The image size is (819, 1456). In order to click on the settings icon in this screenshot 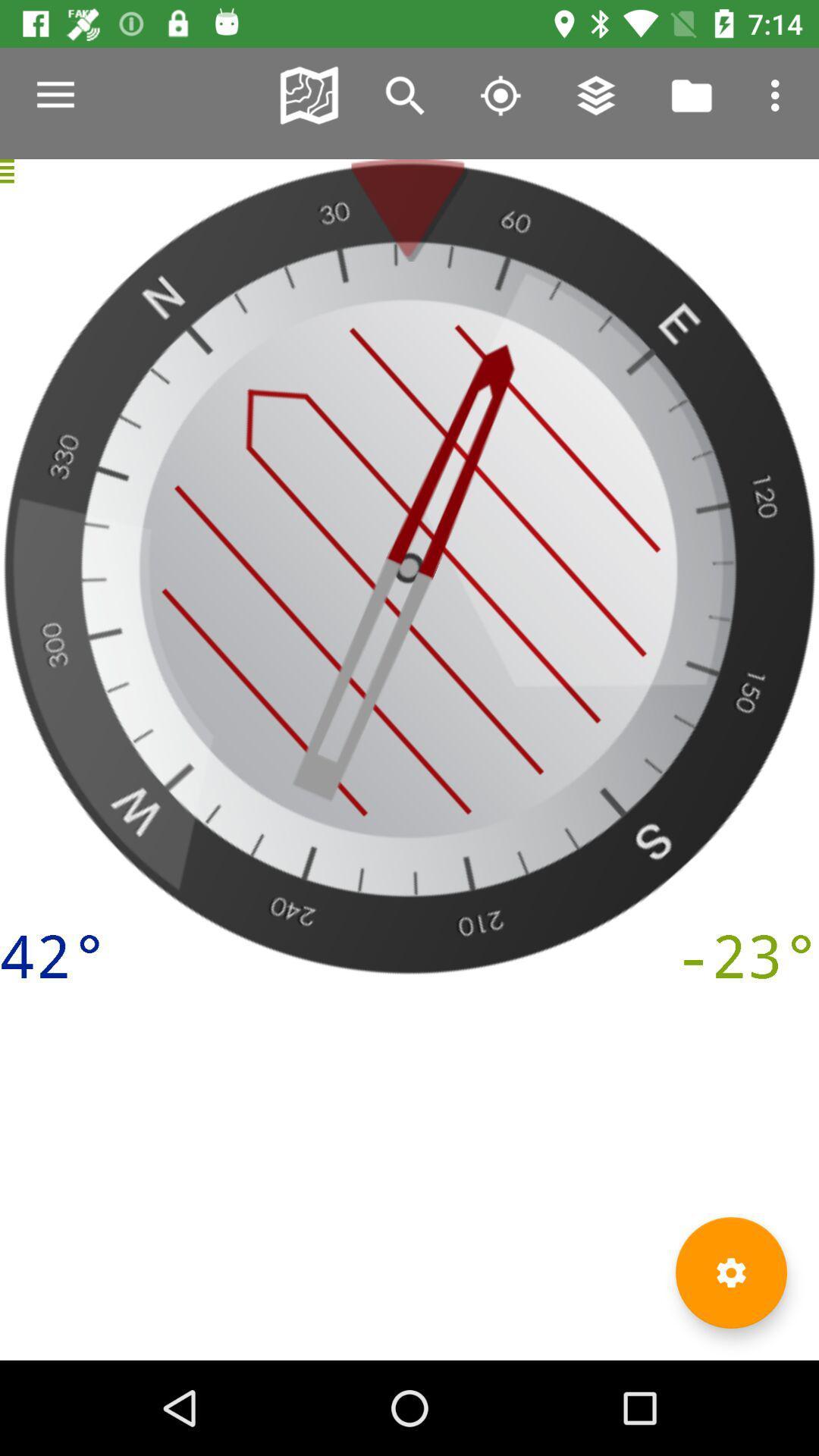, I will do `click(730, 1272)`.